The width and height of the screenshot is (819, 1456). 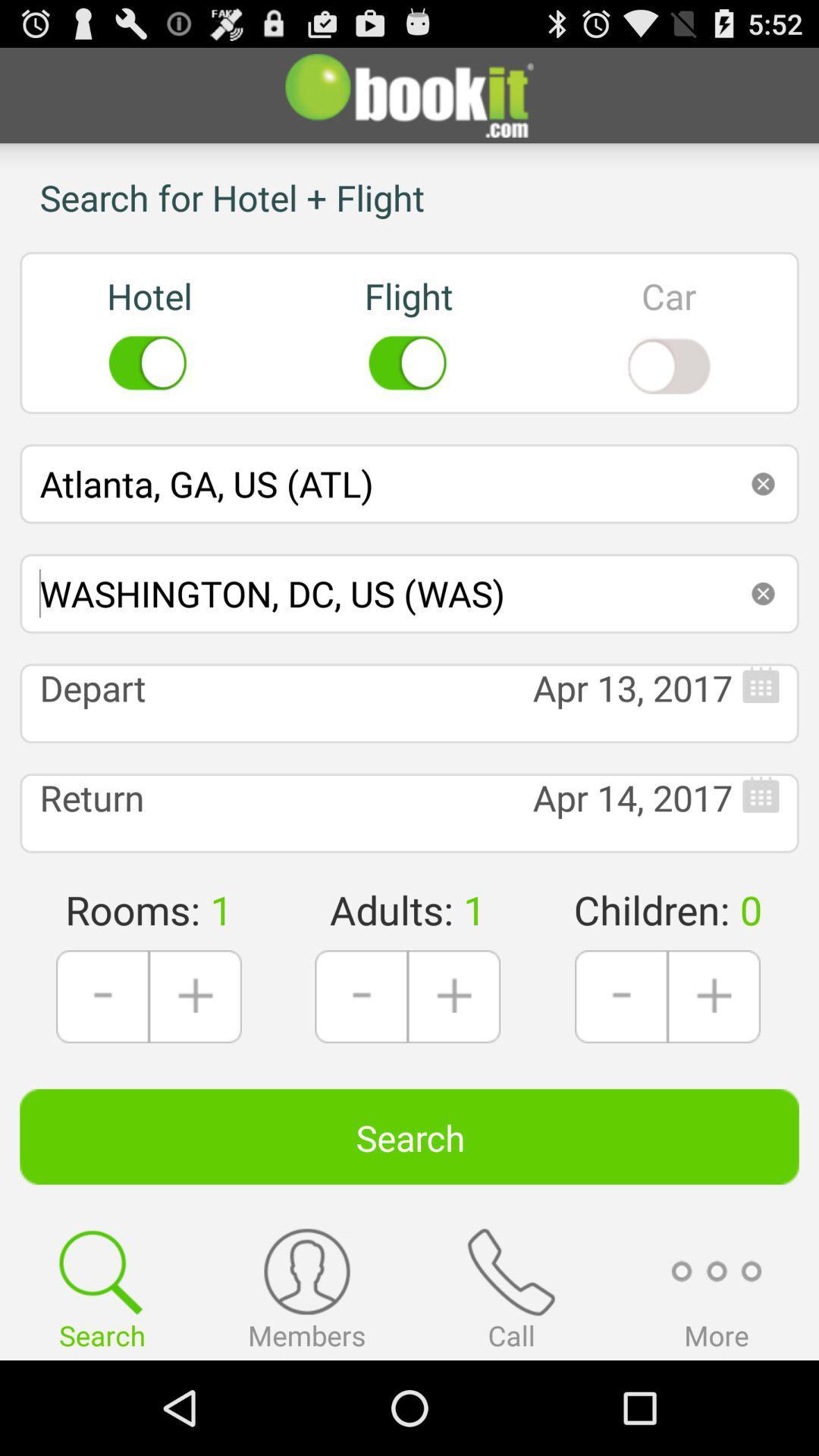 I want to click on the minus icon, so click(x=102, y=1065).